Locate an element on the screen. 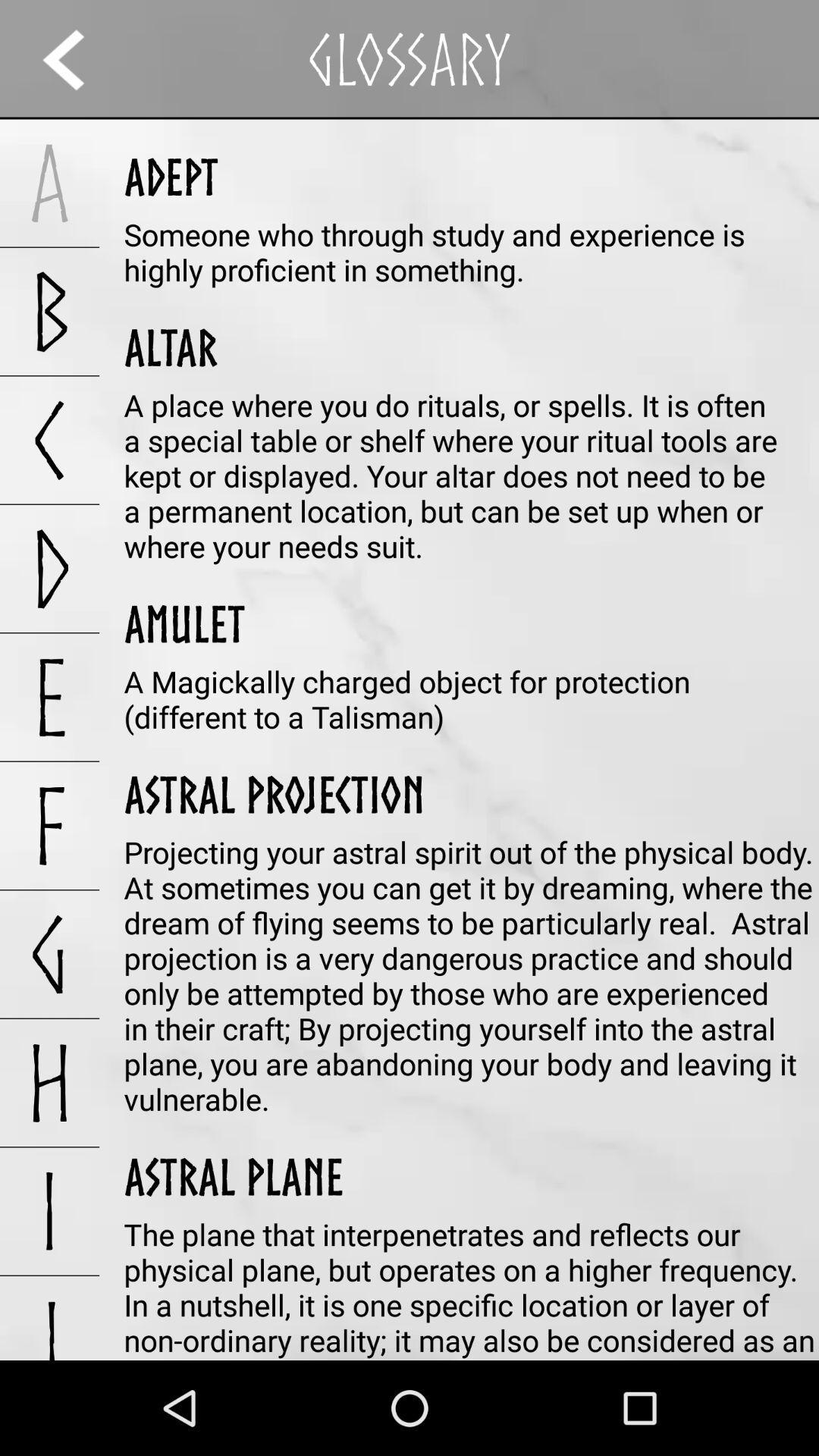 The width and height of the screenshot is (819, 1456). the someone who through item is located at coordinates (470, 252).